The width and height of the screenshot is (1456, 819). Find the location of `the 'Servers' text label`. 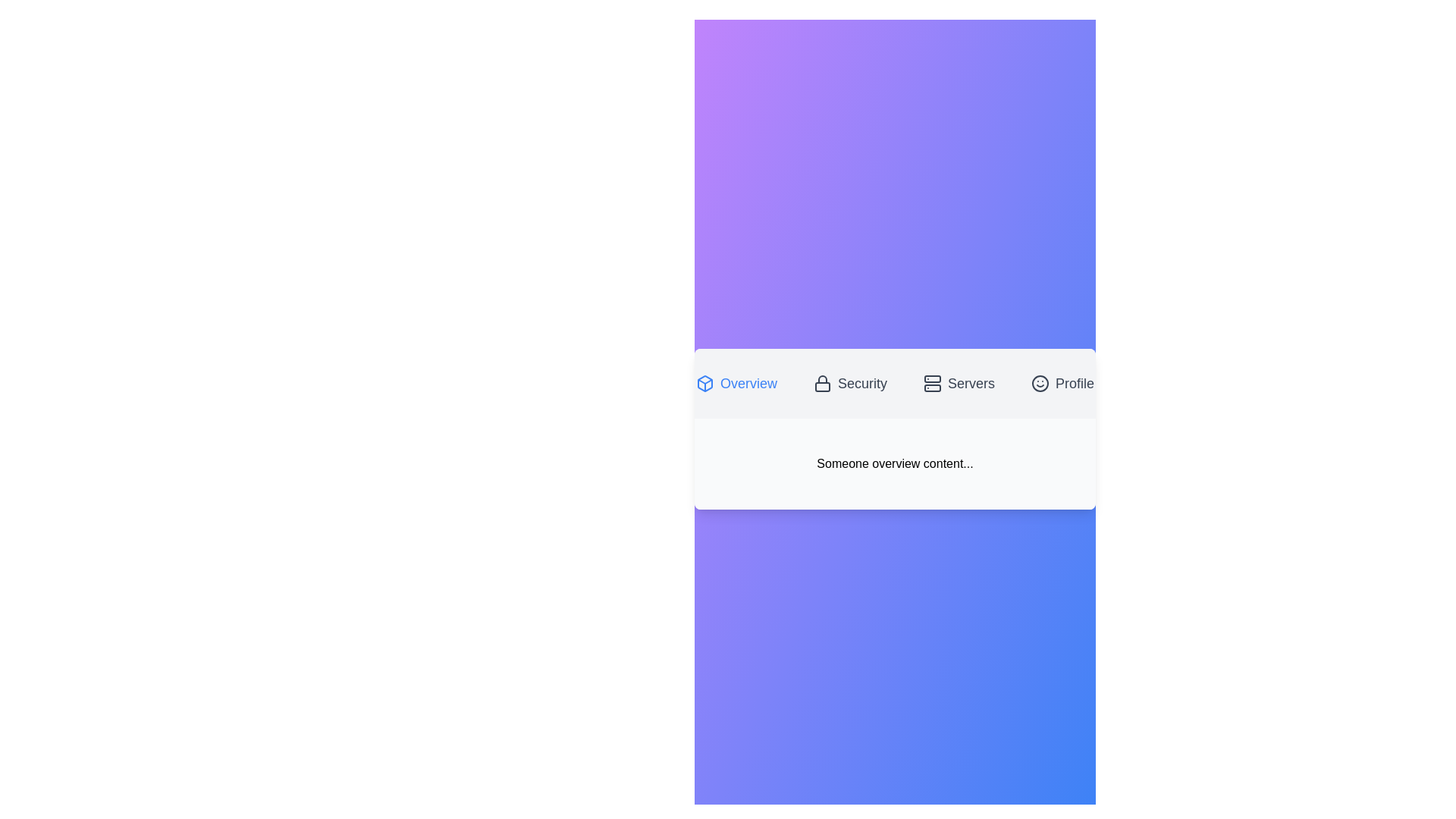

the 'Servers' text label is located at coordinates (971, 382).